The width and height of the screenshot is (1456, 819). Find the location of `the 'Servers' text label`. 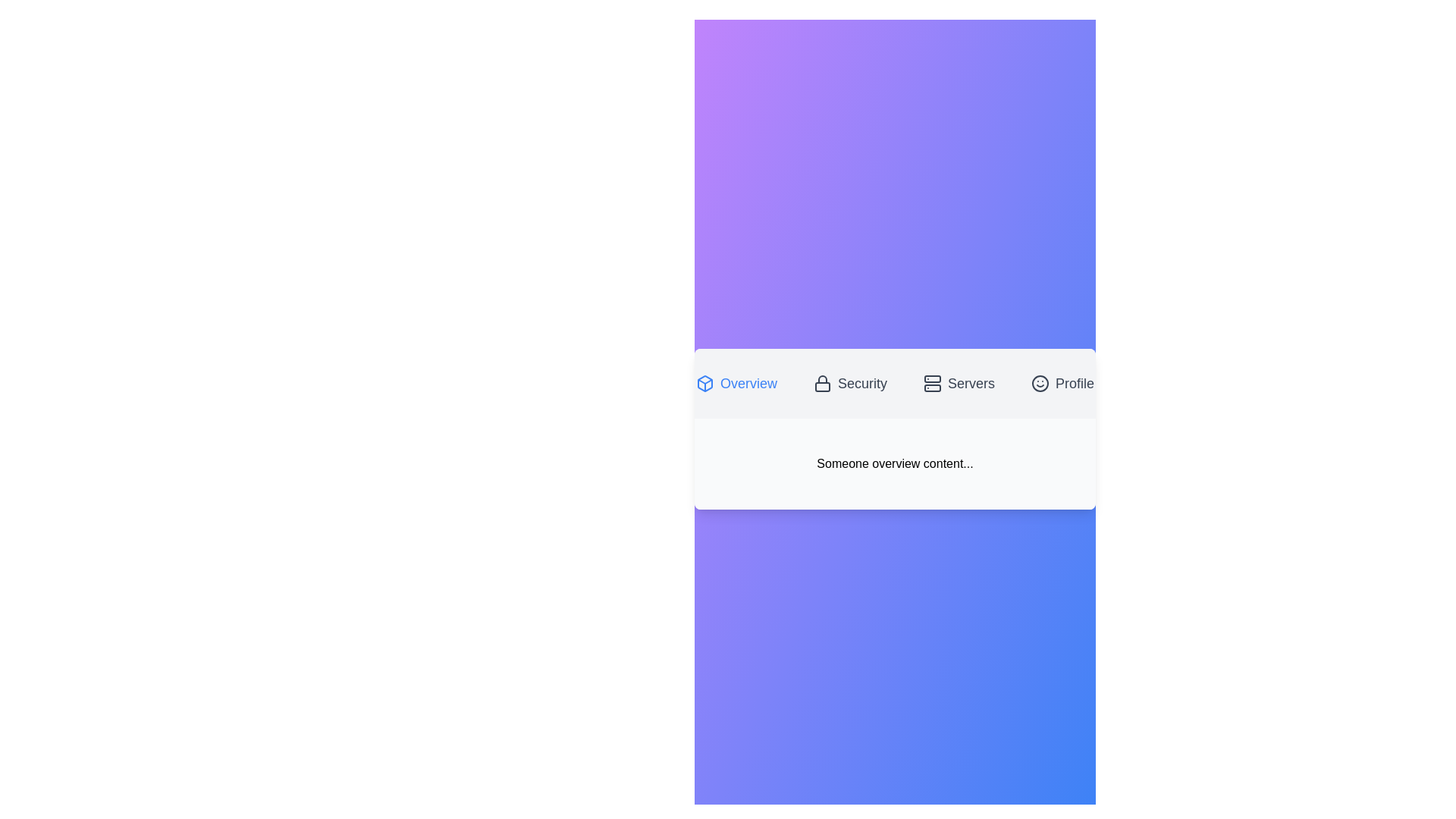

the 'Servers' text label is located at coordinates (971, 382).